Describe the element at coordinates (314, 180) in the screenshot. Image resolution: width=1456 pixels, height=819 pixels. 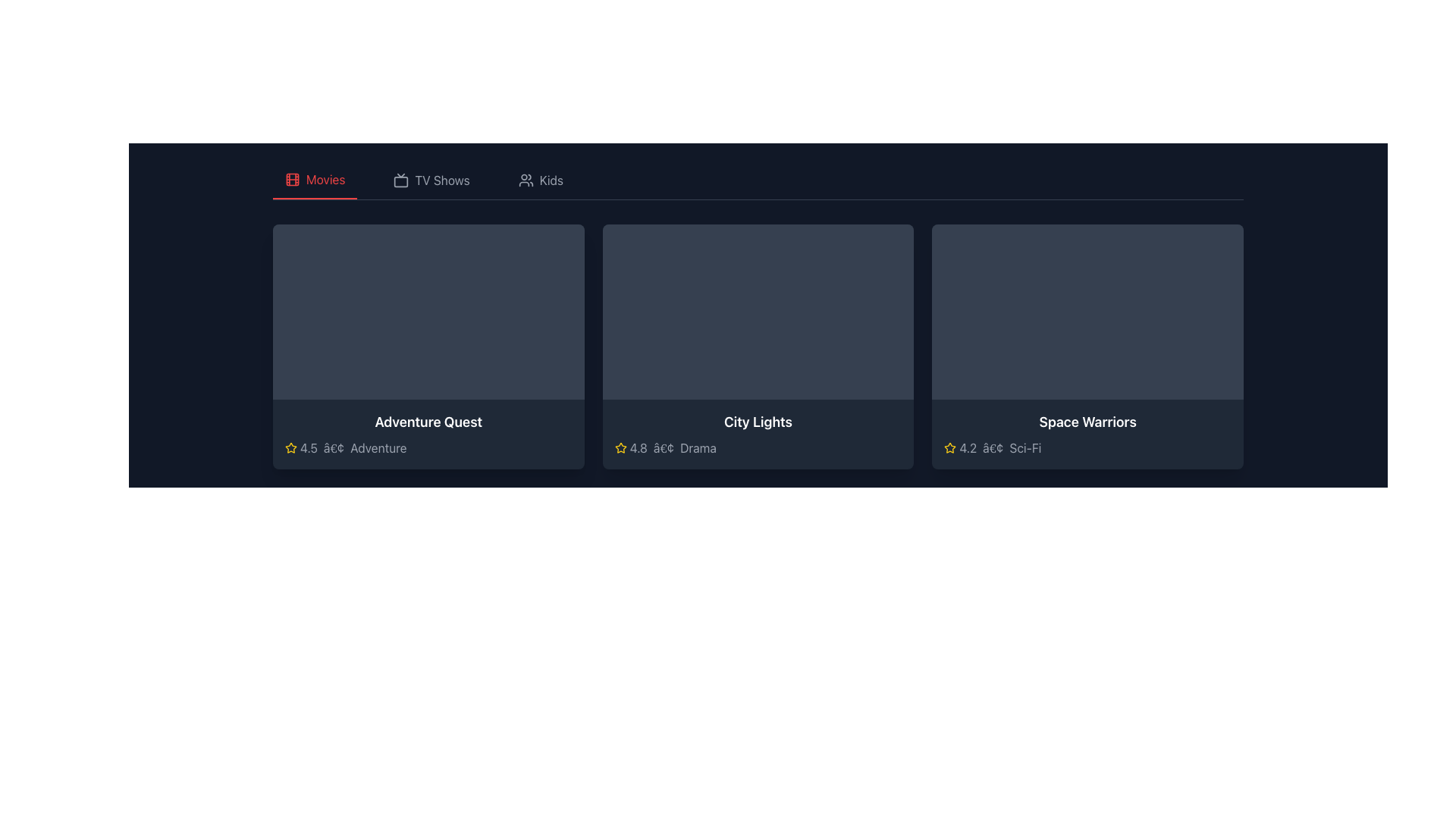
I see `the 'Movies' navigation button with a red text color and film reel icon` at that location.